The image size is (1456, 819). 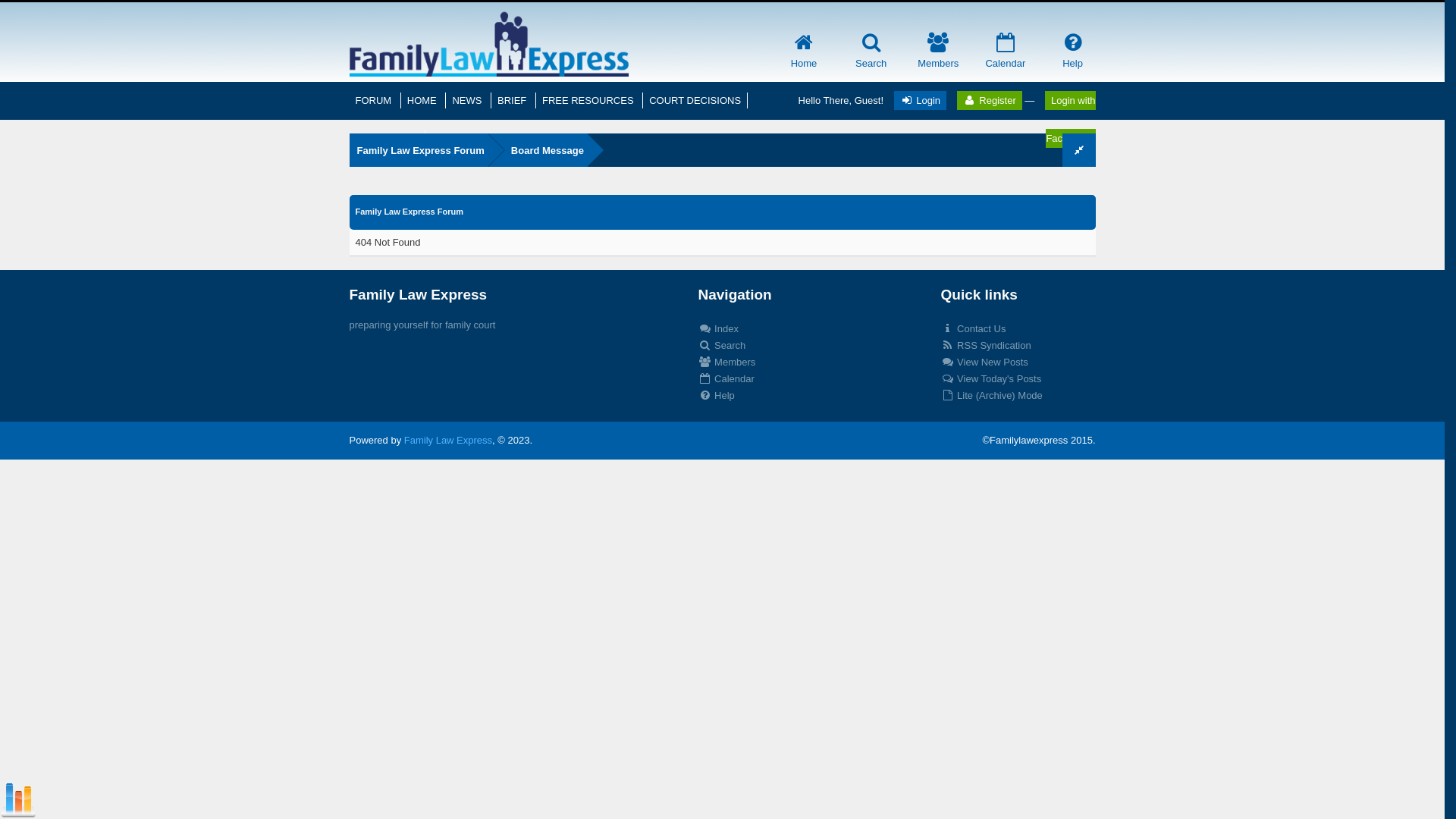 I want to click on 'COURT DECISIONS', so click(x=694, y=100).